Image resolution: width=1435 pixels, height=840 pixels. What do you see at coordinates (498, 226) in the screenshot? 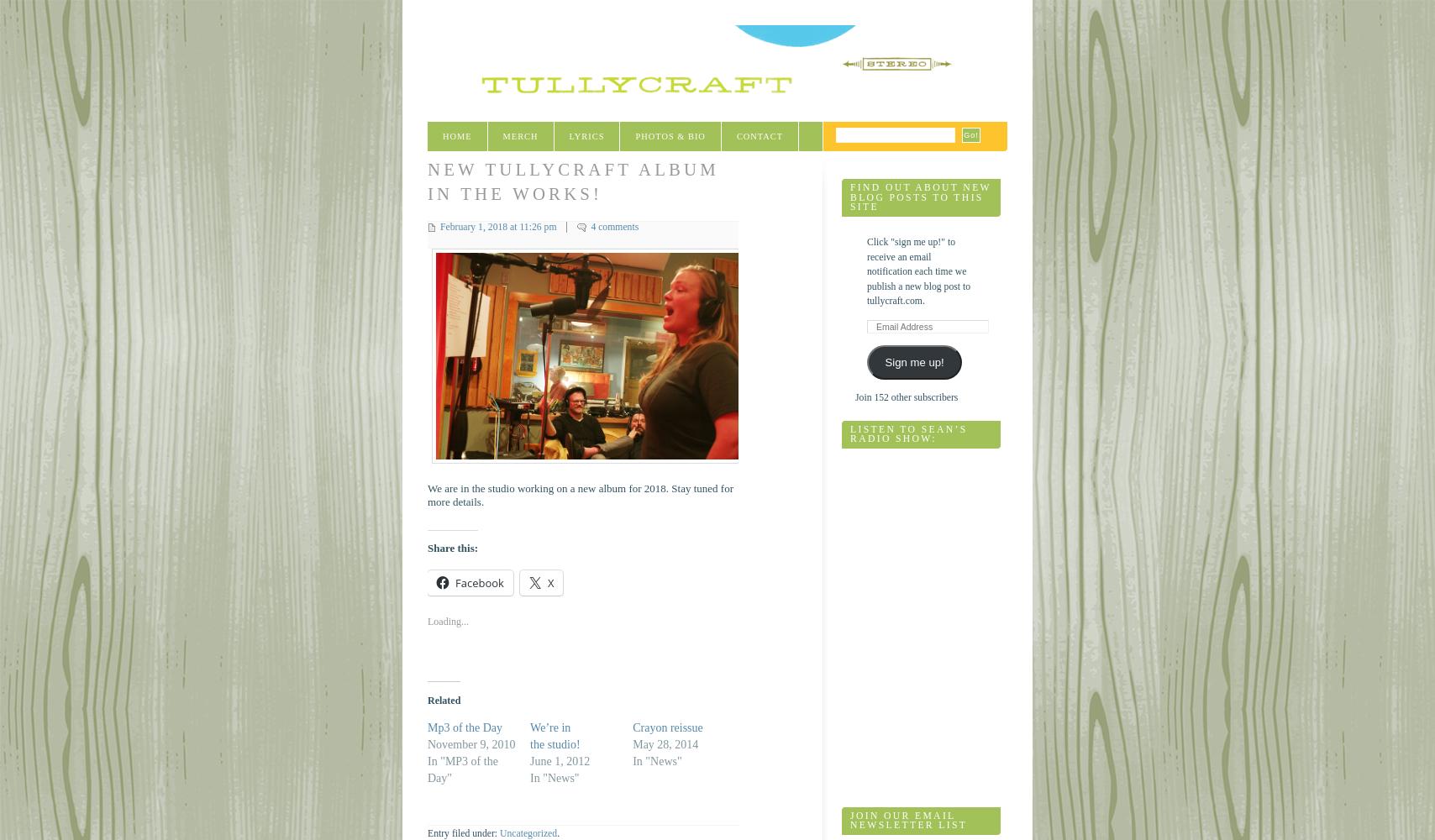
I see `'February 1, 2018 at 11:26 pm'` at bounding box center [498, 226].